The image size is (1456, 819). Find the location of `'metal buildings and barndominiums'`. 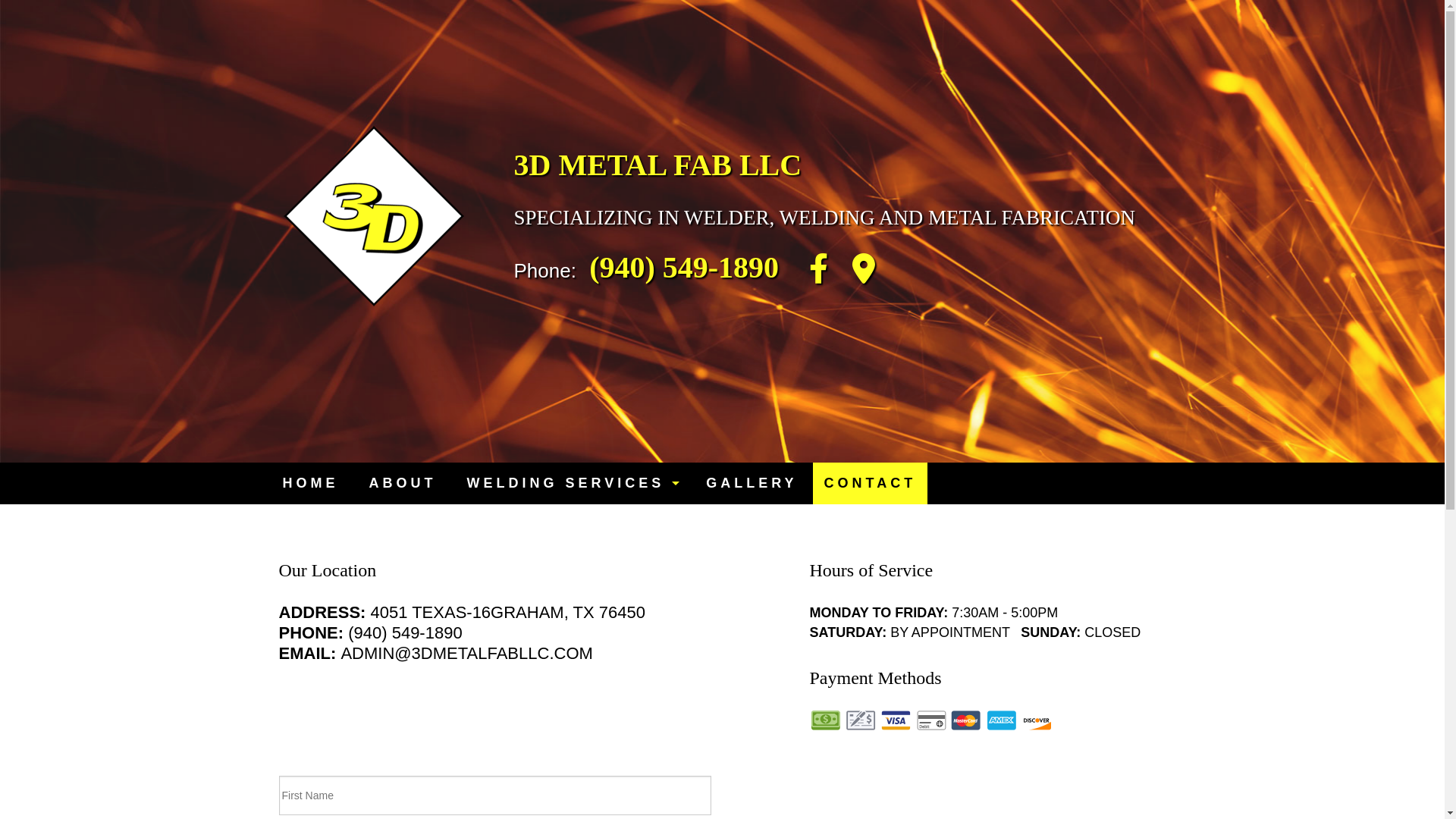

'metal buildings and barndominiums' is located at coordinates (570, 550).